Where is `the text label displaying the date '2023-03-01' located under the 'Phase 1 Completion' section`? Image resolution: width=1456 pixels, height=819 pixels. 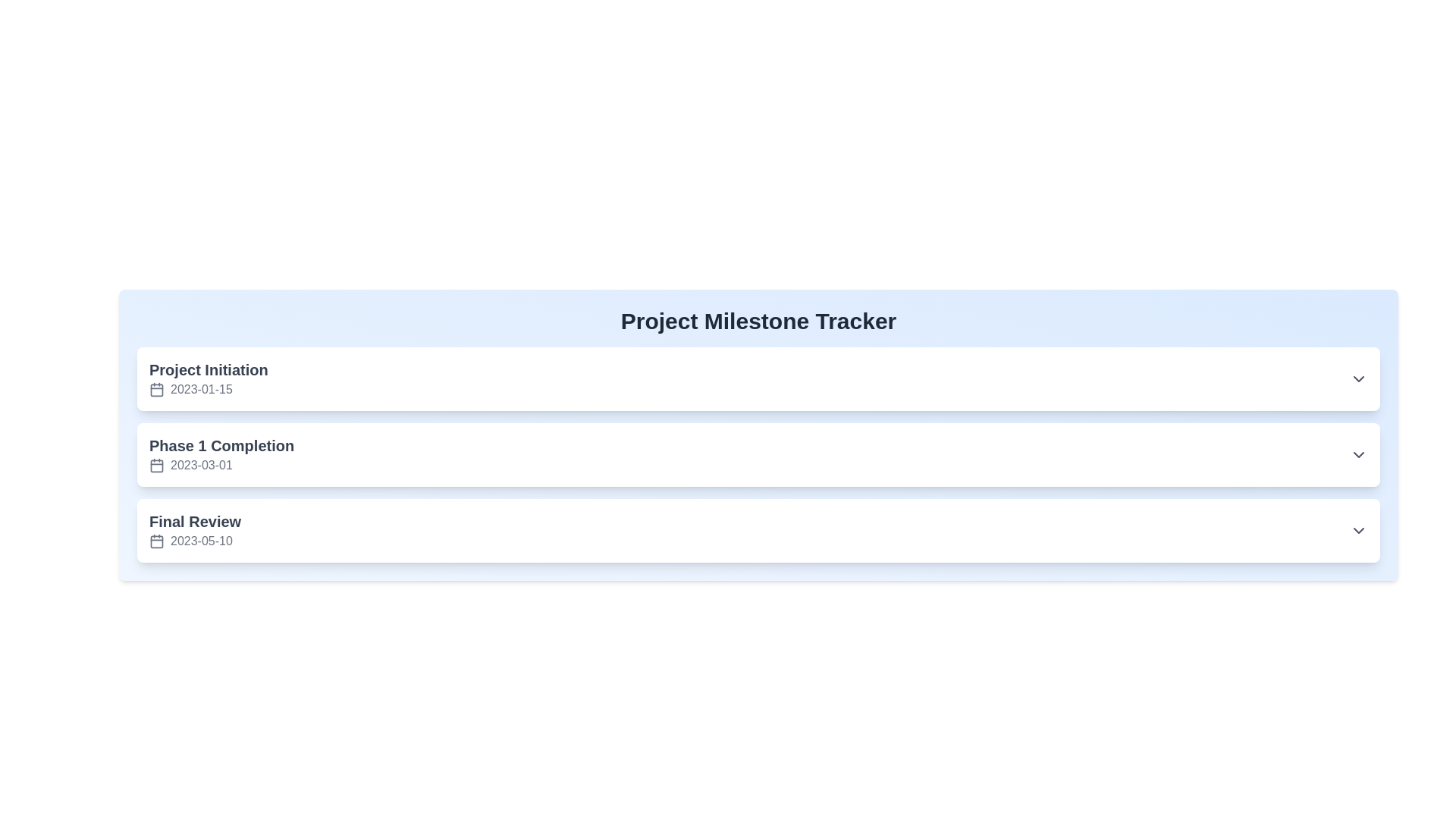 the text label displaying the date '2023-03-01' located under the 'Phase 1 Completion' section is located at coordinates (221, 464).